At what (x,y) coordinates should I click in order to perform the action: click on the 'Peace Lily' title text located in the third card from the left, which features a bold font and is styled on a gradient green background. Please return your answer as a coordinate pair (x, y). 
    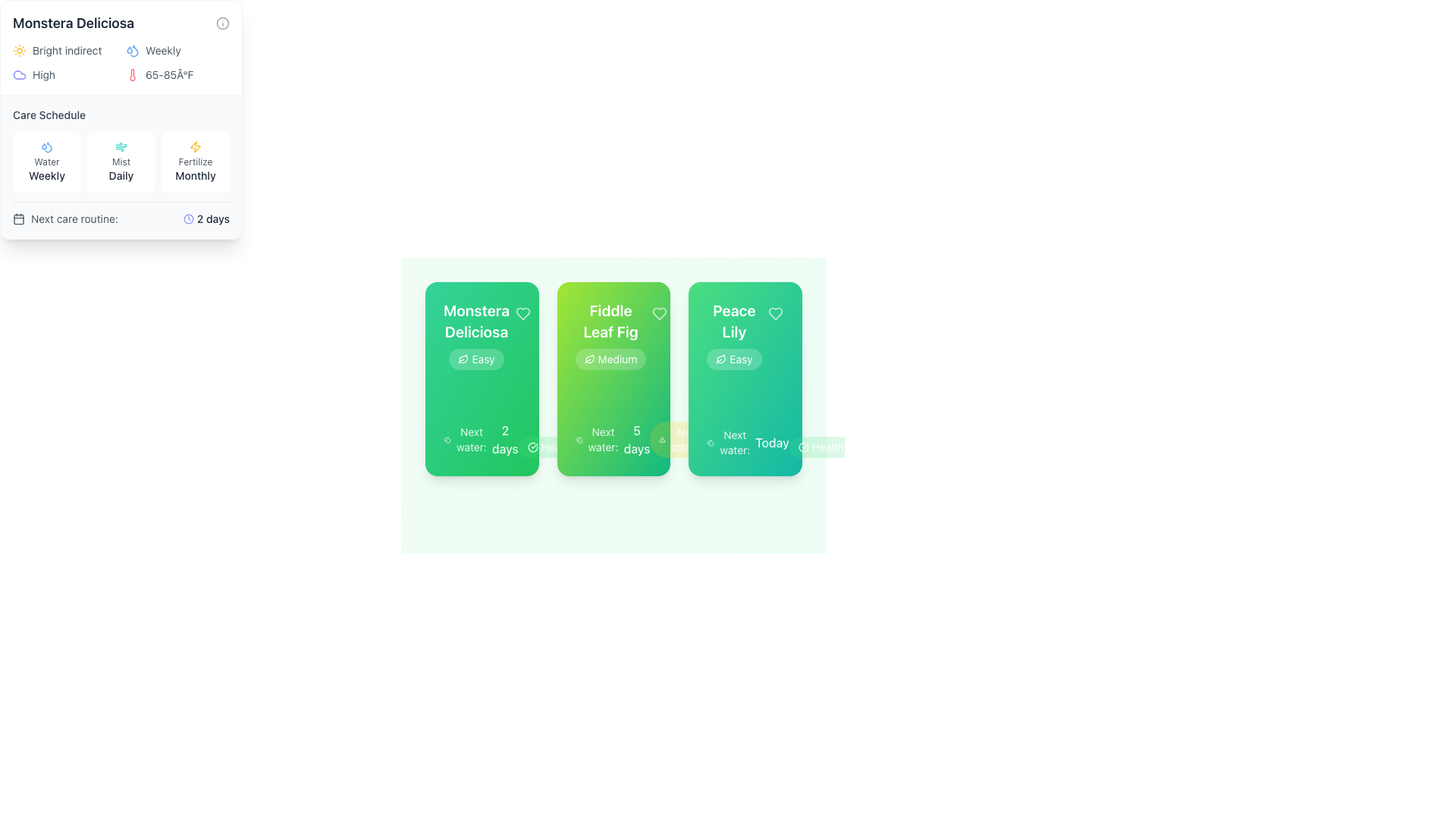
    Looking at the image, I should click on (734, 334).